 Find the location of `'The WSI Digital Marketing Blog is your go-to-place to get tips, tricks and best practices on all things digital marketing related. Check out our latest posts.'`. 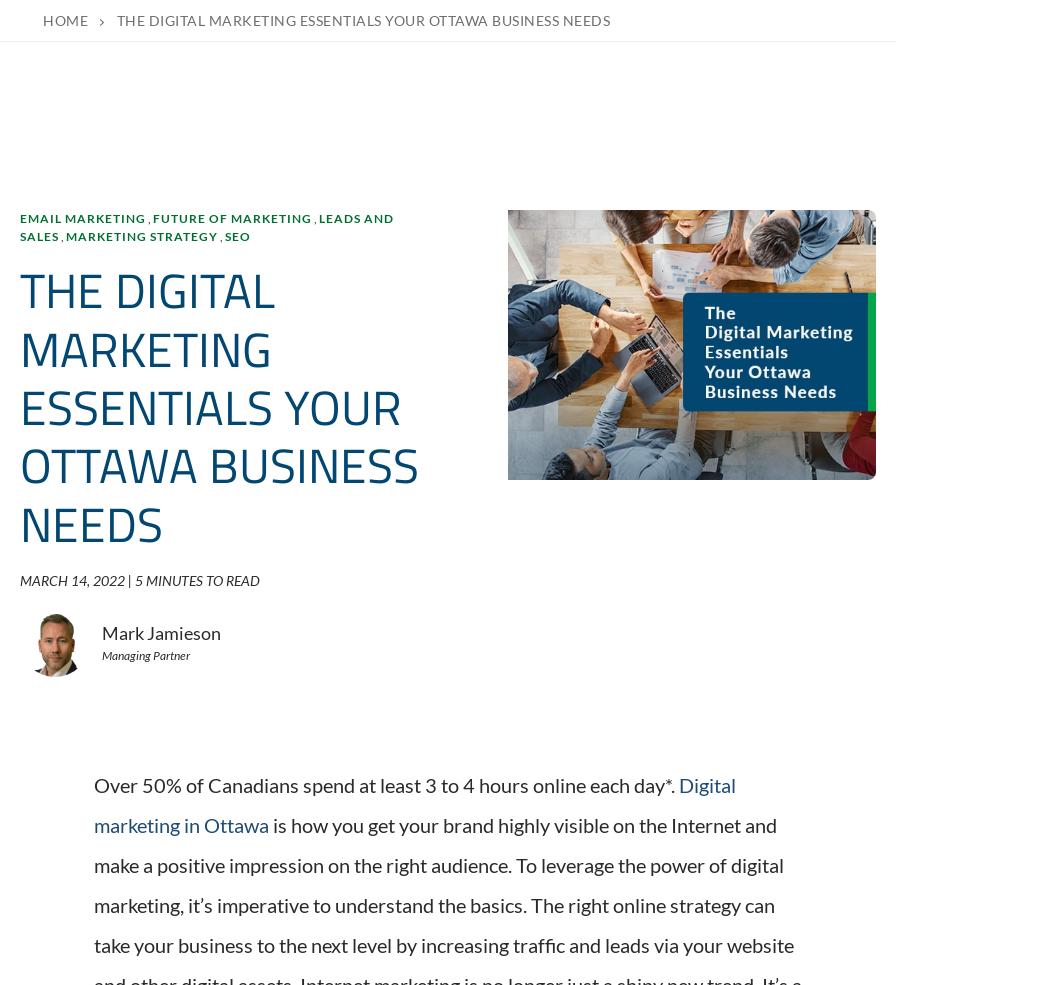

'The WSI Digital Marketing Blog is your go-to-place to get tips, tricks and best practices on all things digital marketing related. Check out our latest posts.' is located at coordinates (500, 151).